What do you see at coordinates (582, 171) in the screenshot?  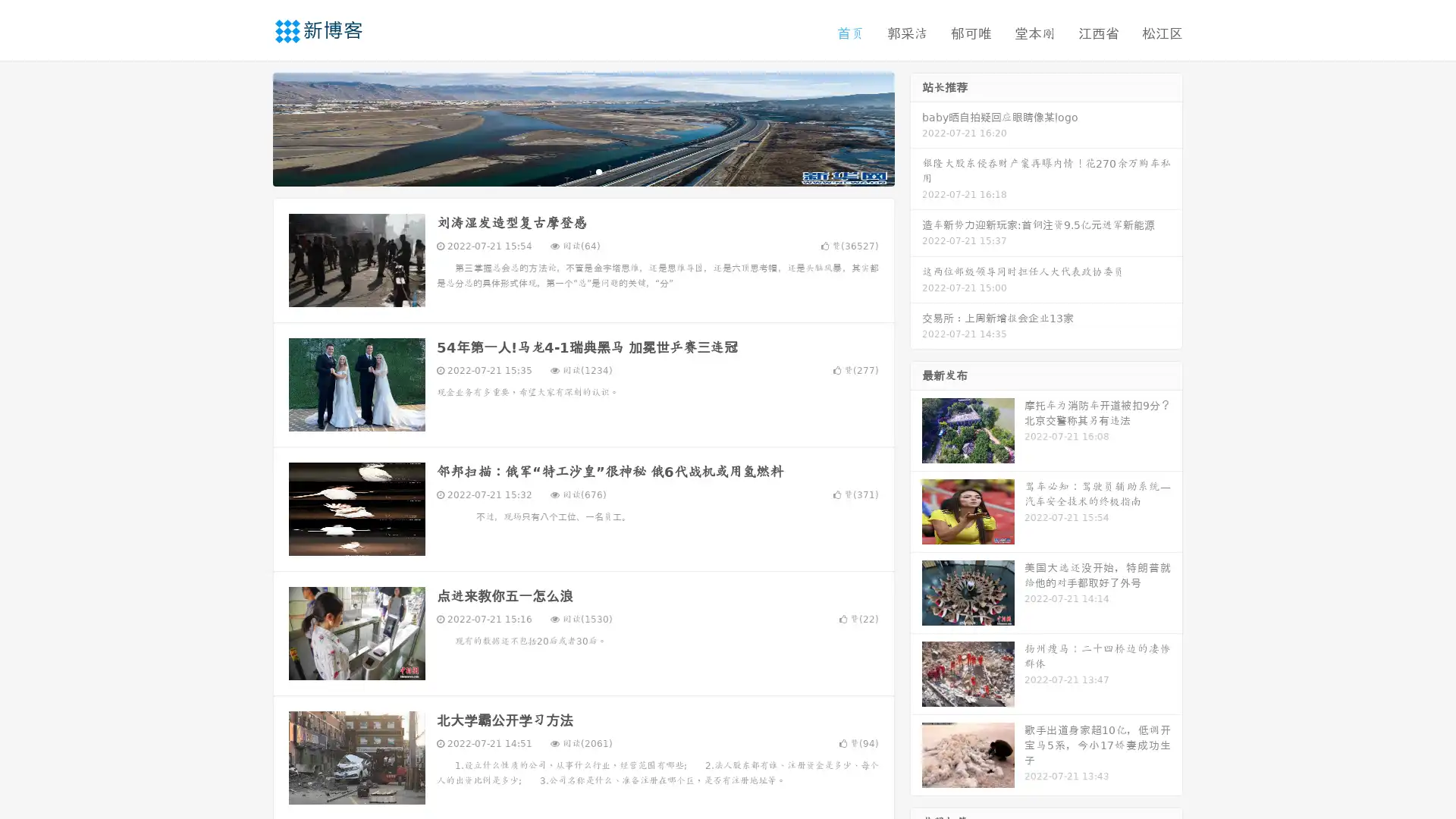 I see `Go to slide 2` at bounding box center [582, 171].